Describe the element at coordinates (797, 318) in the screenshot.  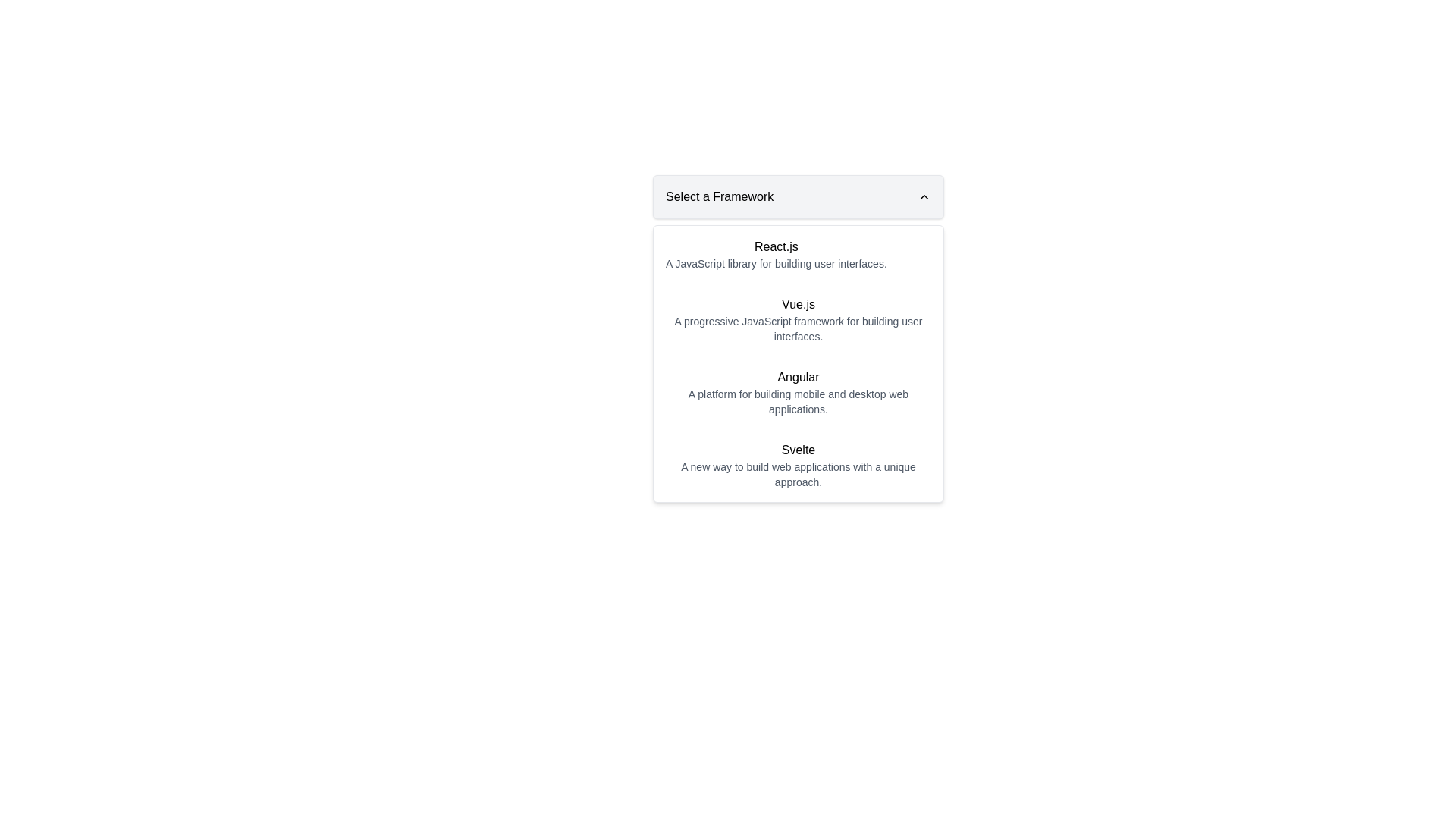
I see `the second item in the vertically arranged selection menu, positioned between 'React.js' and 'Angular'` at that location.